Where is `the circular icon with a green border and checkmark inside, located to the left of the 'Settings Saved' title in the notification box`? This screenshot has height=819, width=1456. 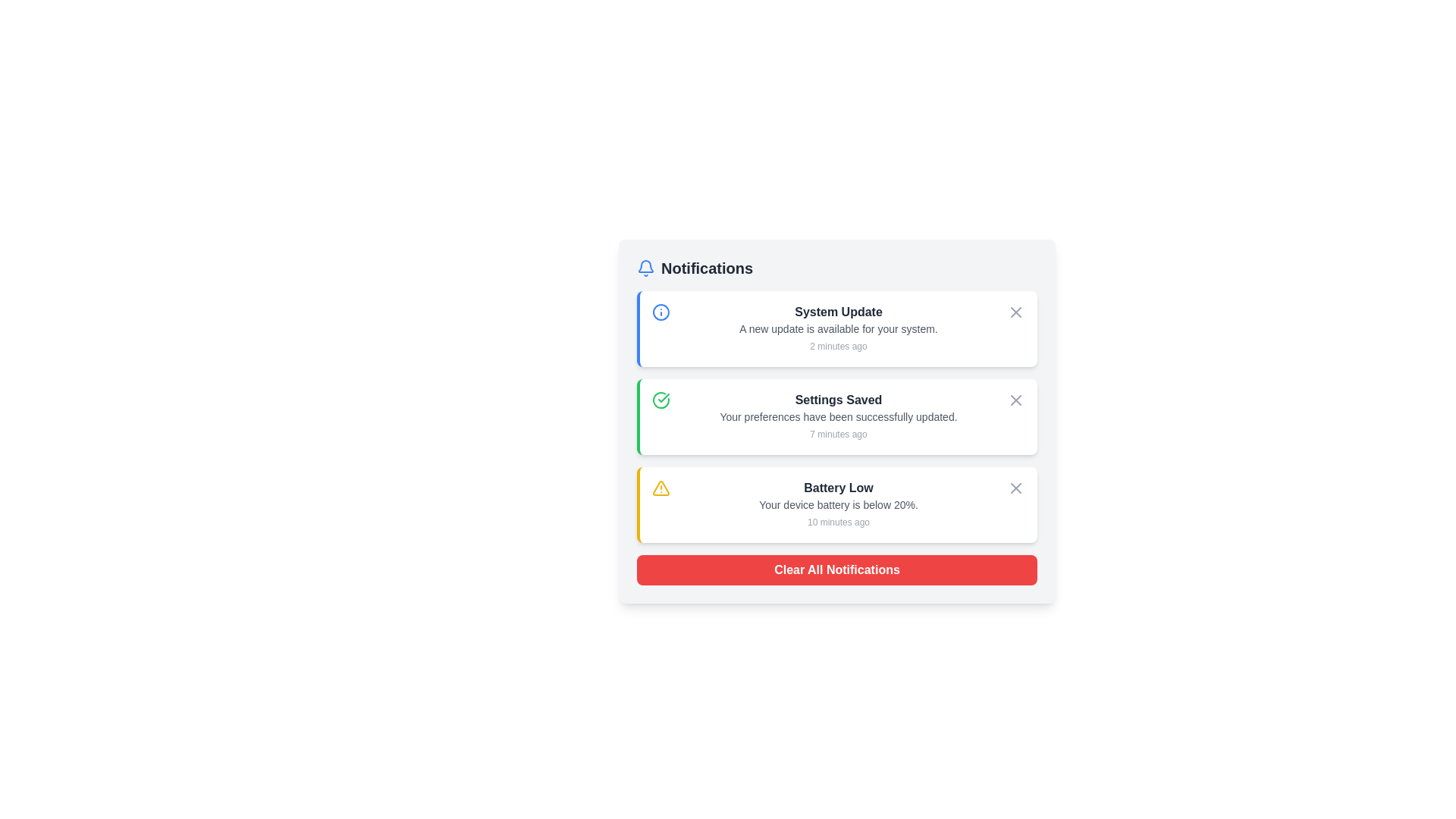
the circular icon with a green border and checkmark inside, located to the left of the 'Settings Saved' title in the notification box is located at coordinates (661, 400).